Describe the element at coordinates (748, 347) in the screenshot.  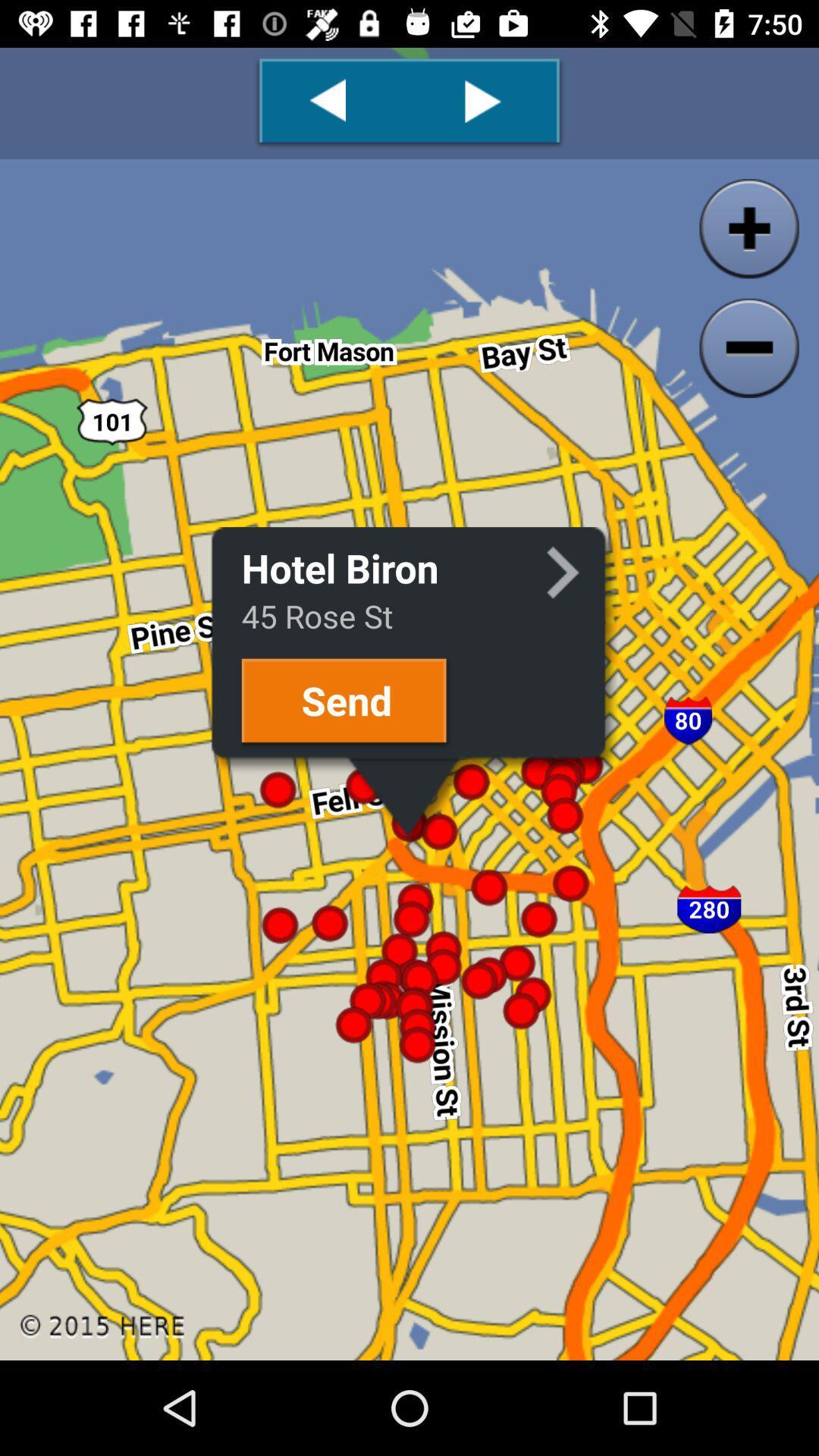
I see `the zoom_out icon` at that location.